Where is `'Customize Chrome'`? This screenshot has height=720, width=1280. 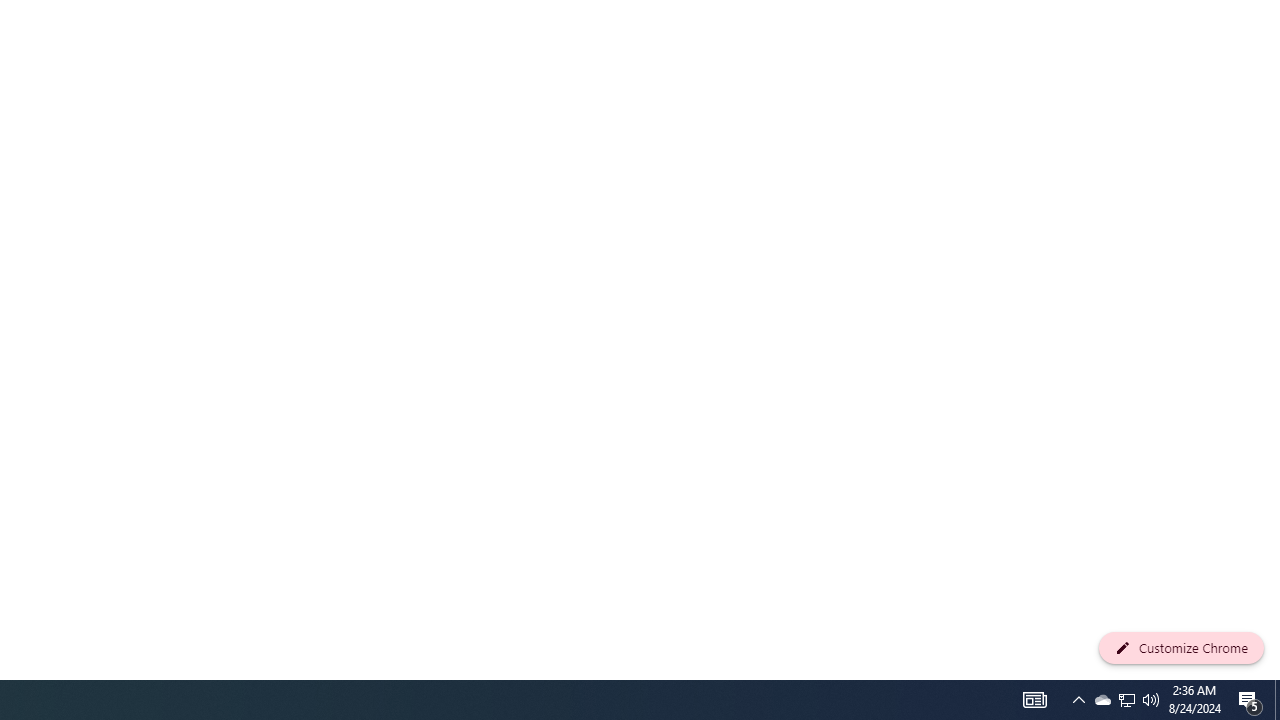 'Customize Chrome' is located at coordinates (1181, 648).